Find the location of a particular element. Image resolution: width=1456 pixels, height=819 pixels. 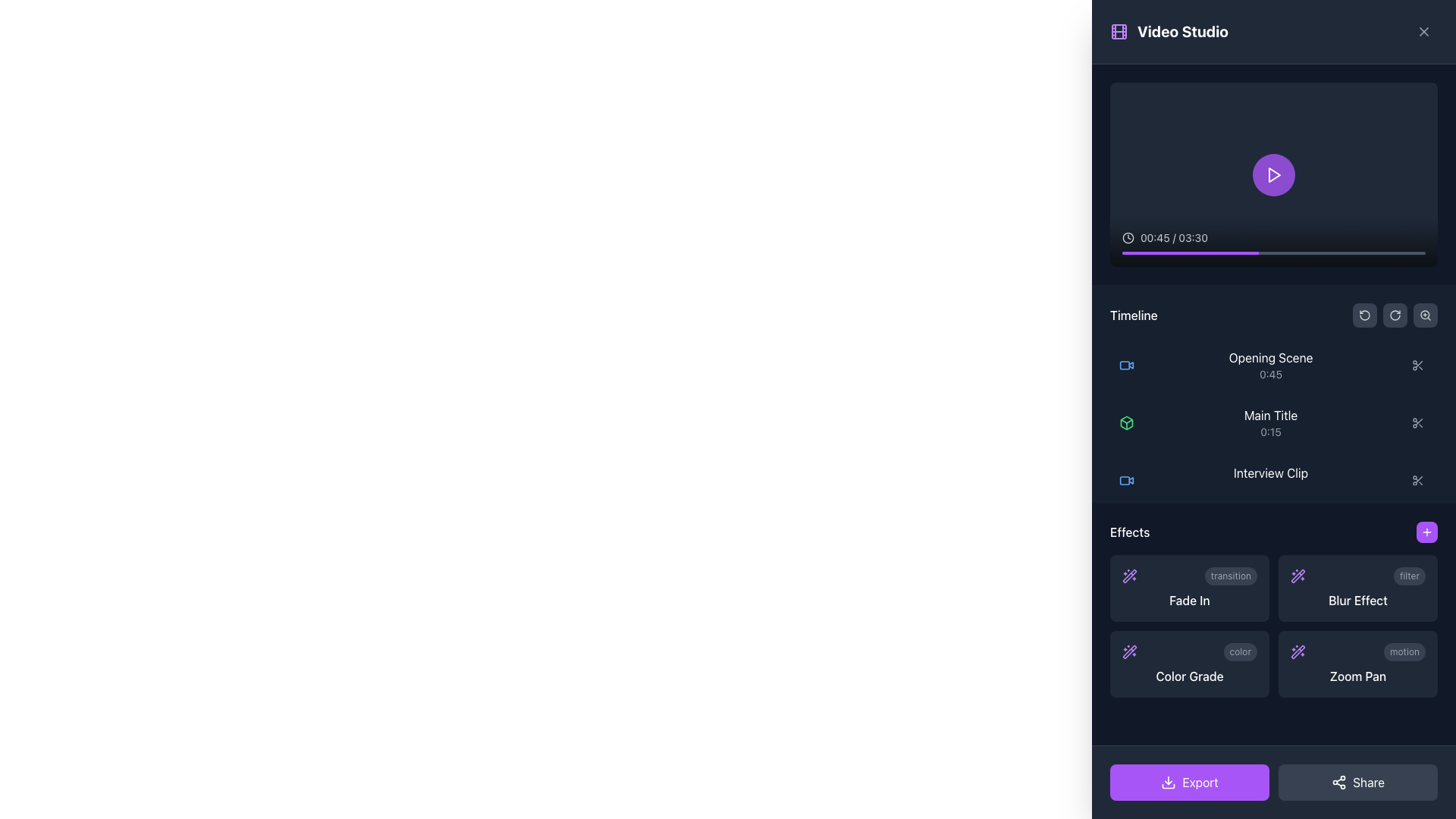

the 'Revert' or 'Undo' button located at the top-right of the dark panel is located at coordinates (1365, 315).